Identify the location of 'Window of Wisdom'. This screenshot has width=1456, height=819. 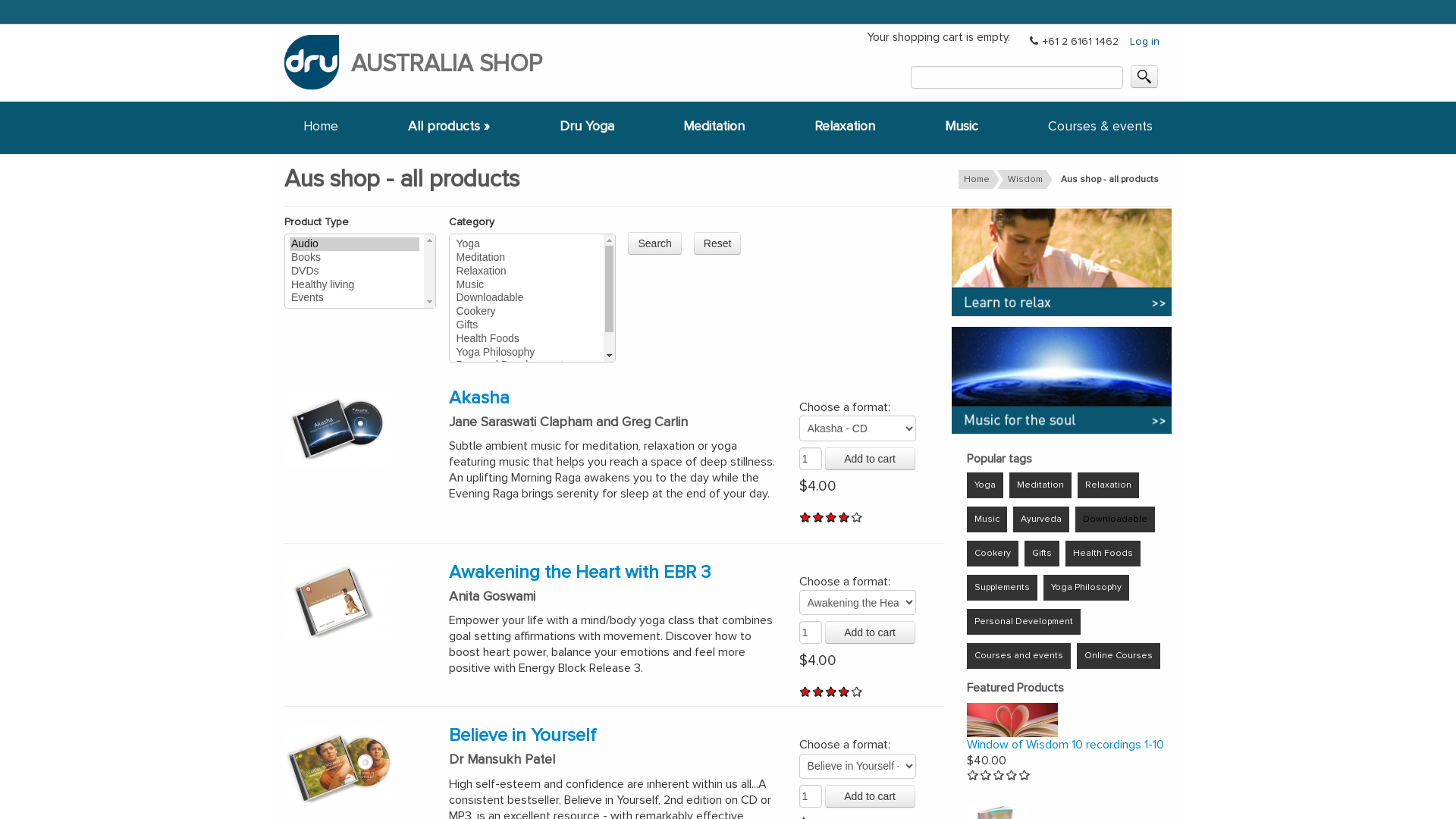
(1012, 719).